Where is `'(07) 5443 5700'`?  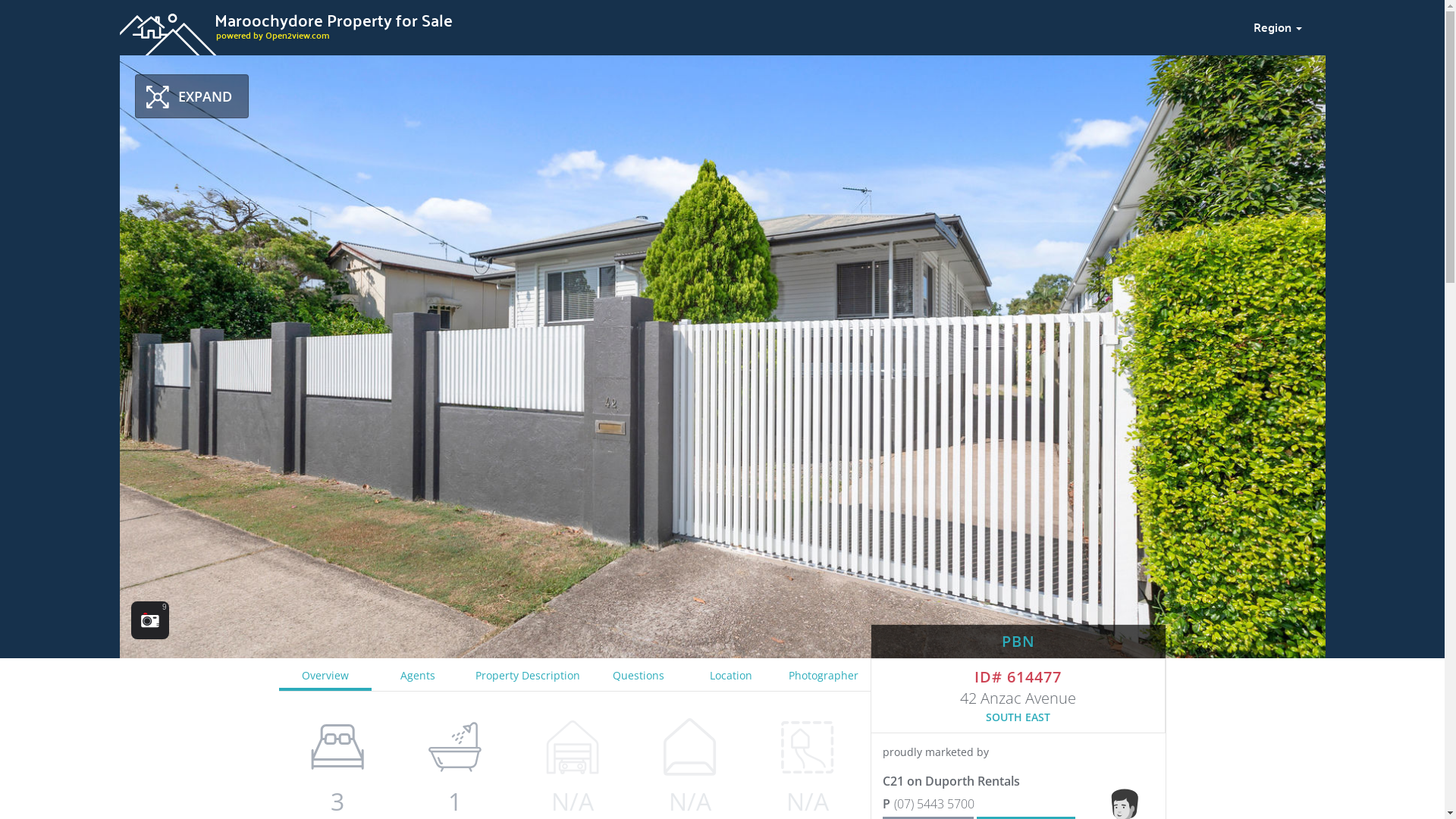 '(07) 5443 5700' is located at coordinates (882, 803).